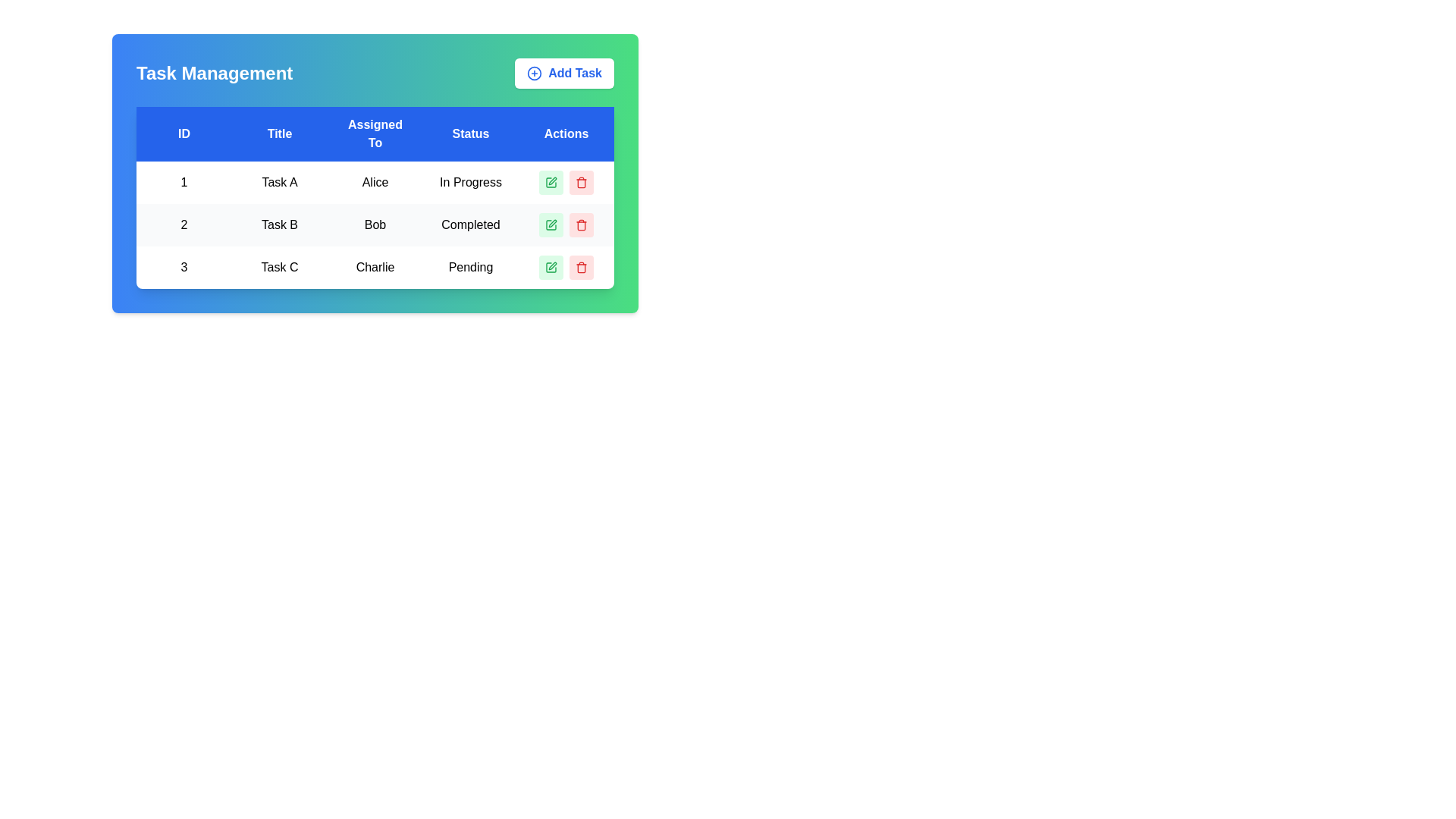 The image size is (1456, 819). Describe the element at coordinates (550, 267) in the screenshot. I see `the edit icon button in the 'Actions' column of the task management table for Task C` at that location.